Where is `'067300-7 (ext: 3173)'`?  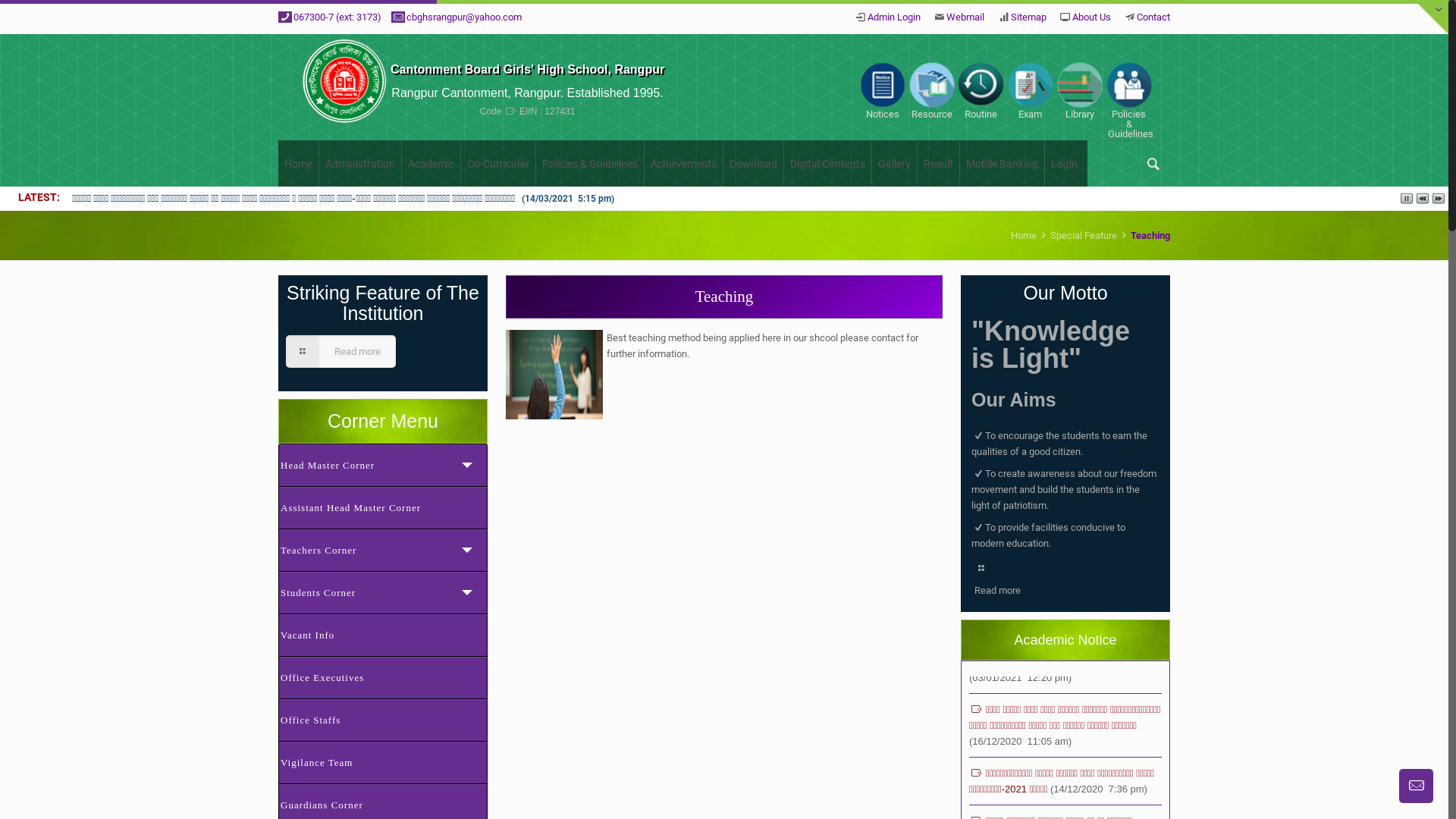
'067300-7 (ext: 3173)' is located at coordinates (337, 17).